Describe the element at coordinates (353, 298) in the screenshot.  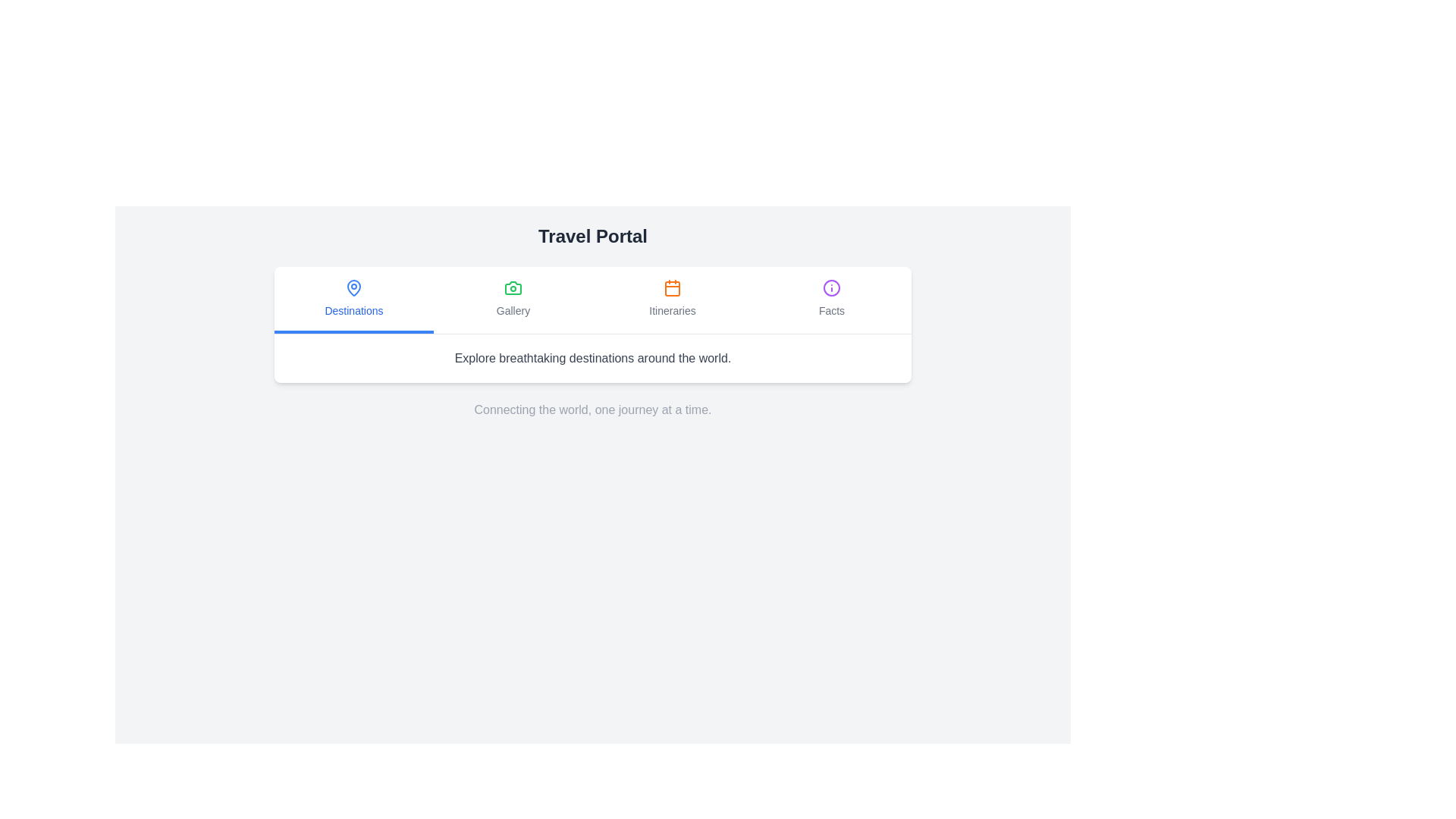
I see `the Navigation button labeled 'Destinations' which features a location pin icon and a blue text label` at that location.